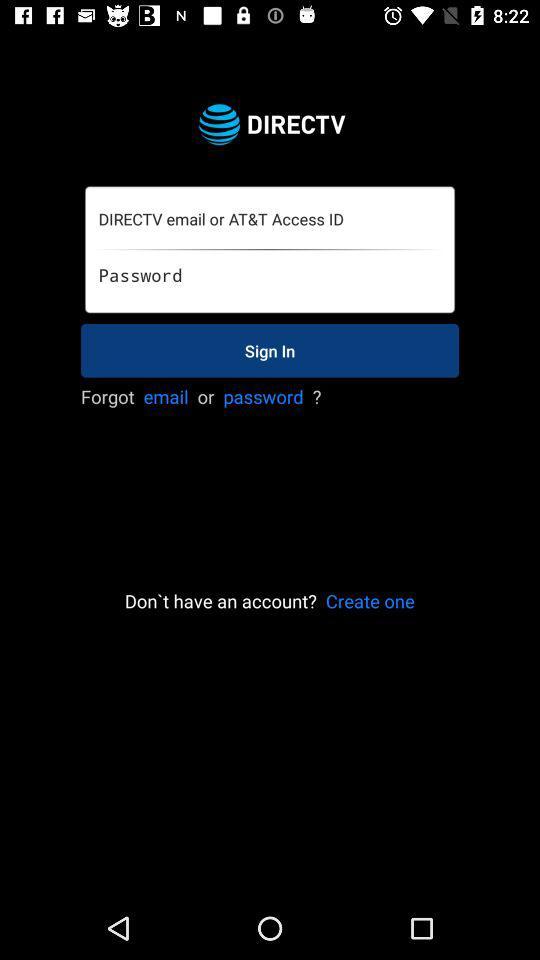 The height and width of the screenshot is (960, 540). What do you see at coordinates (269, 219) in the screenshot?
I see `login id` at bounding box center [269, 219].